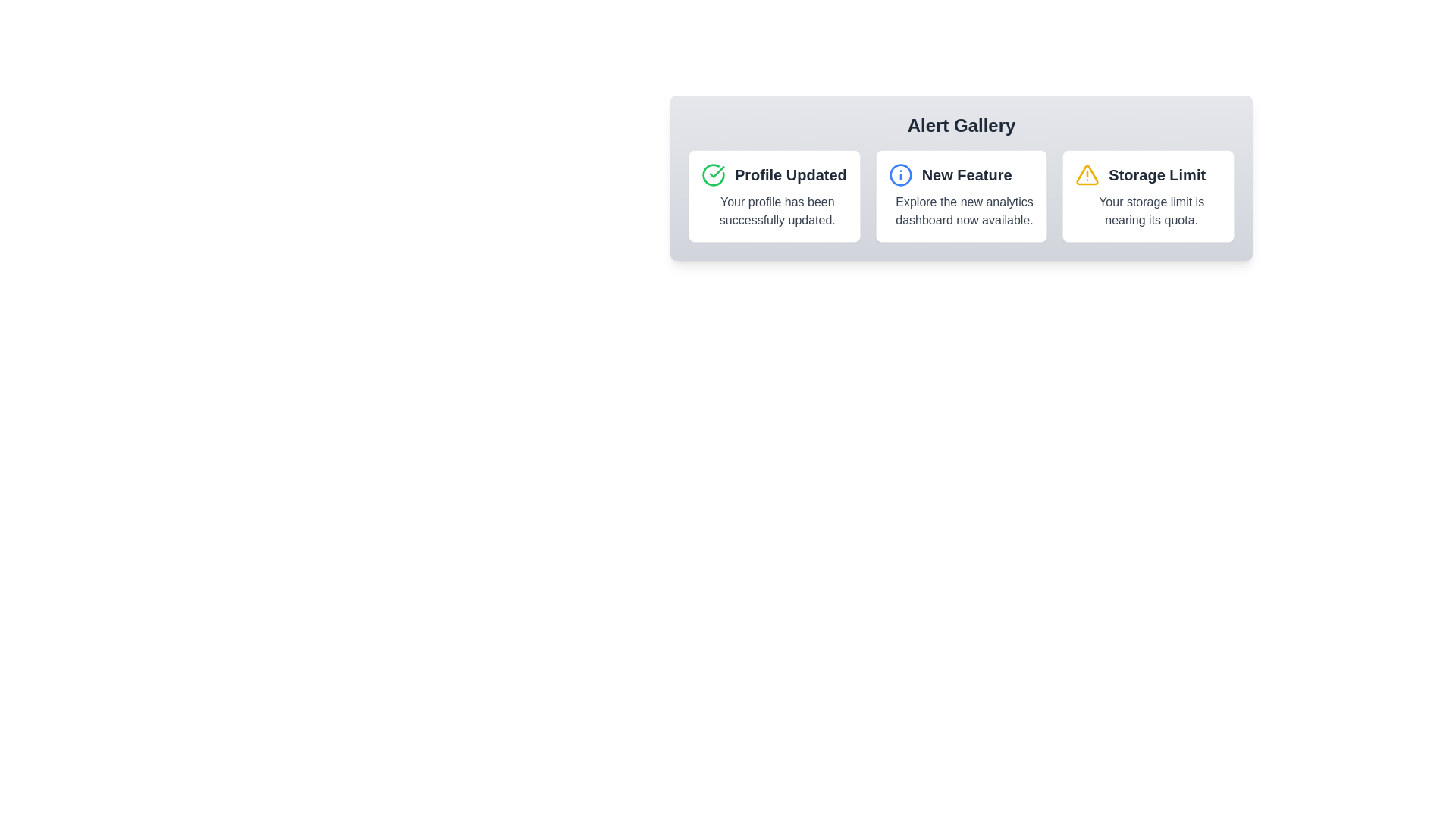 Image resolution: width=1456 pixels, height=819 pixels. Describe the element at coordinates (1087, 174) in the screenshot. I see `the warning alert icon located in the 'Storage Limit' section, which is positioned to the left of the descriptive text 'Storage Limit' and 'Your storage limit is nearing its quota.'` at that location.